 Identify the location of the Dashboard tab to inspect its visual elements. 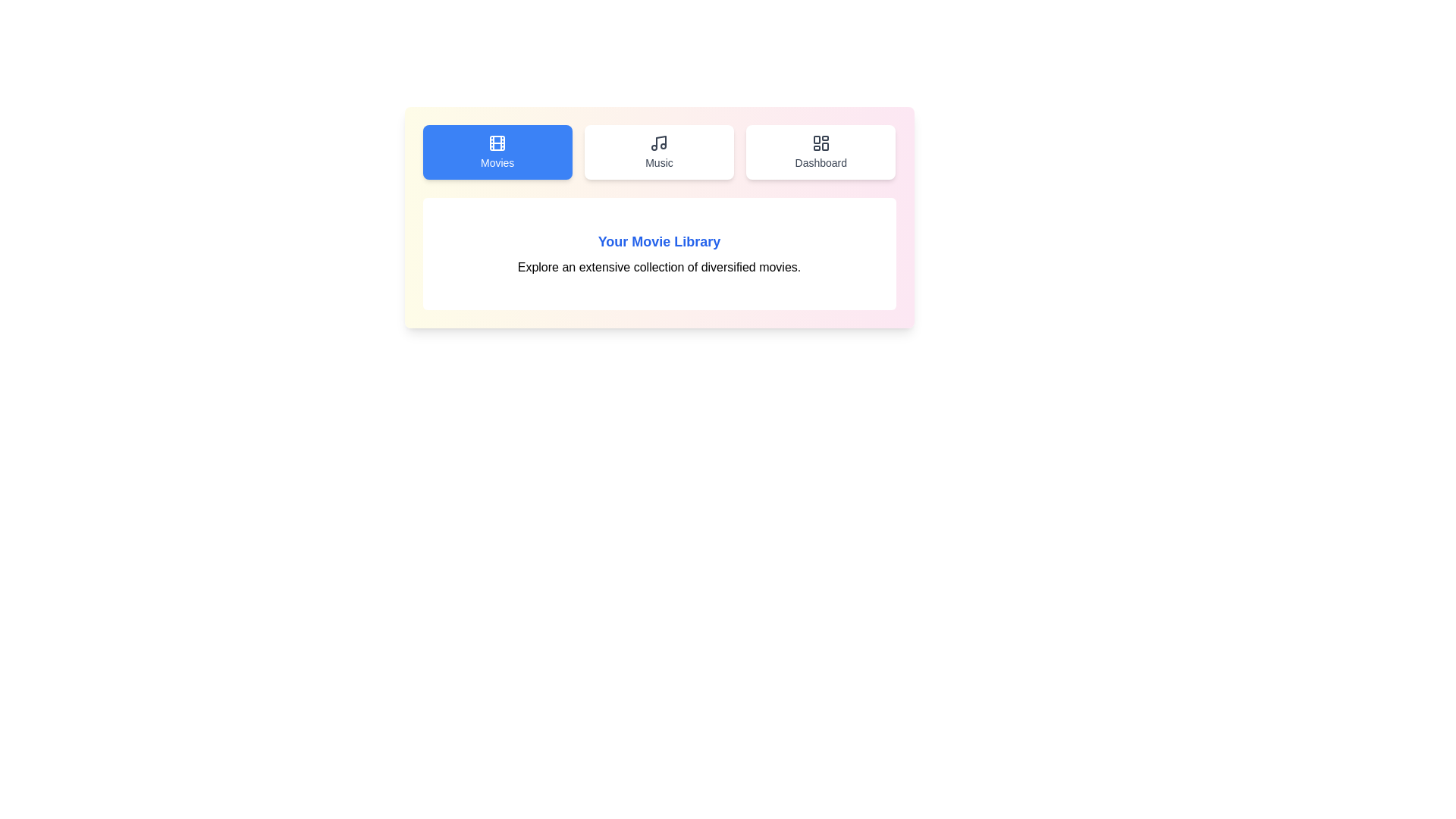
(821, 152).